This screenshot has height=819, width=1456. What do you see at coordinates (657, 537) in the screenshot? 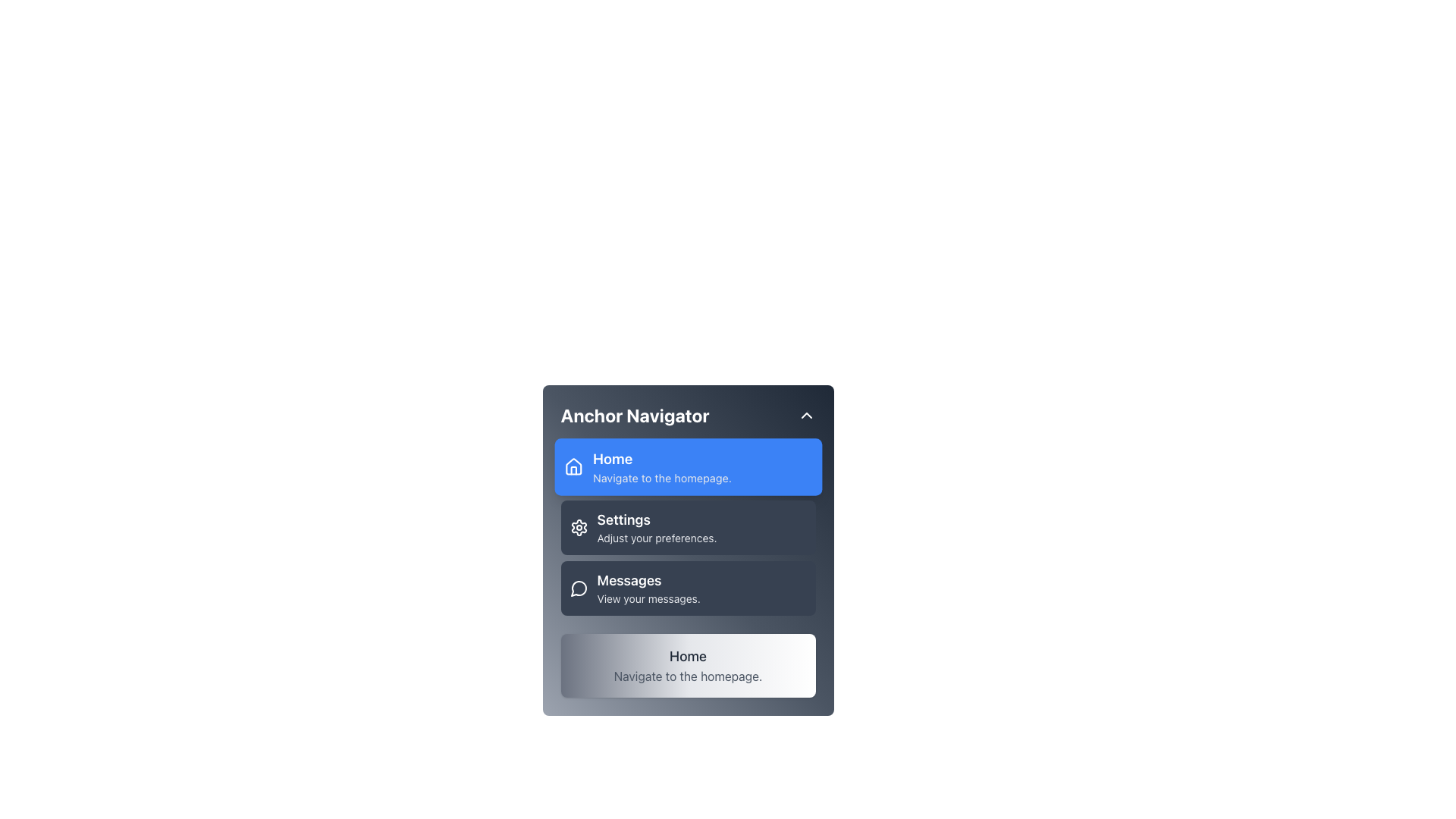
I see `text label 'Adjust your preferences.' located in the 'Settings' section, which is presented in a small gray font below the main heading 'Settings'` at bounding box center [657, 537].